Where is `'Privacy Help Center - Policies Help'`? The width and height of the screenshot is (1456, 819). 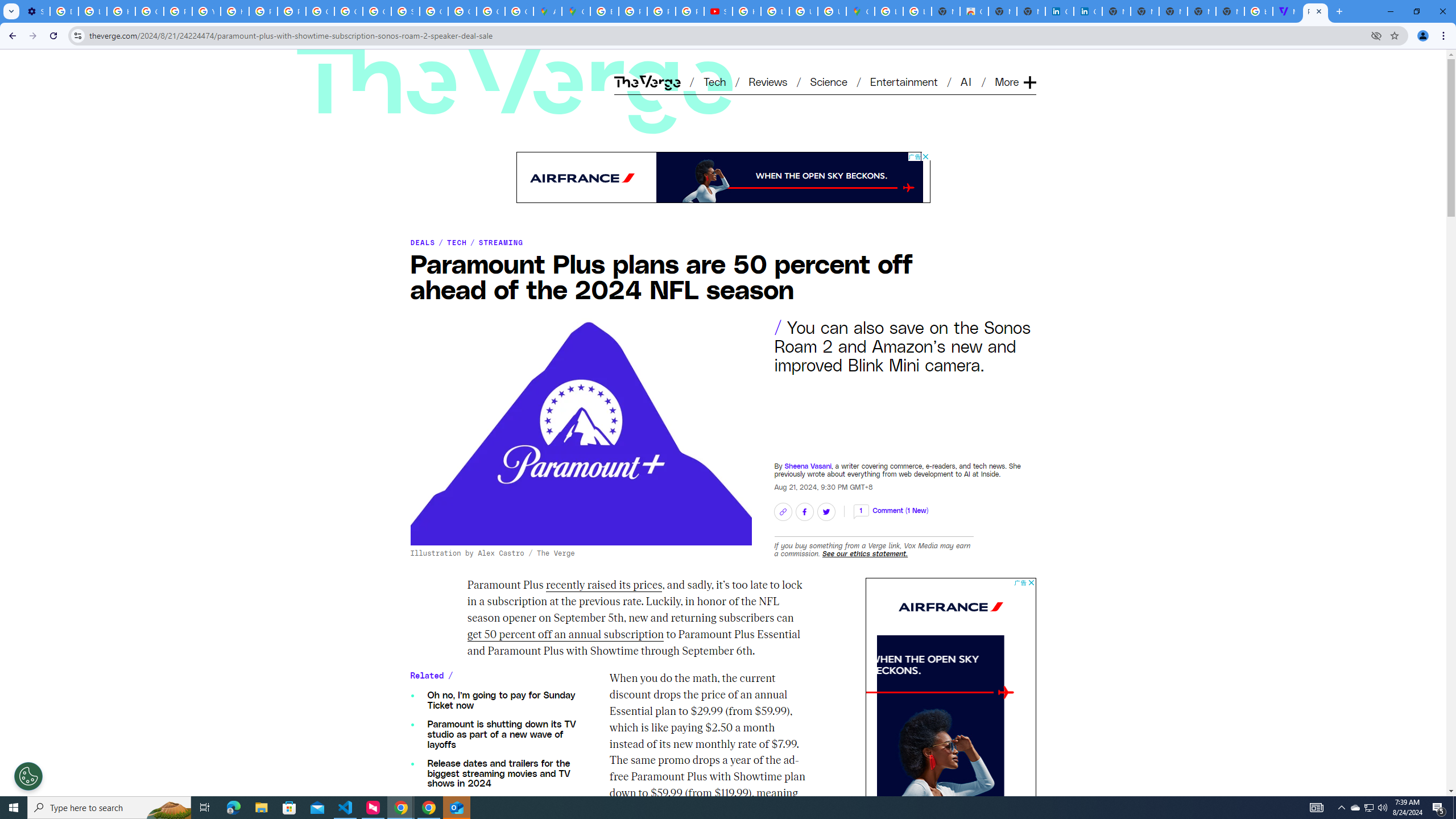 'Privacy Help Center - Policies Help' is located at coordinates (661, 11).